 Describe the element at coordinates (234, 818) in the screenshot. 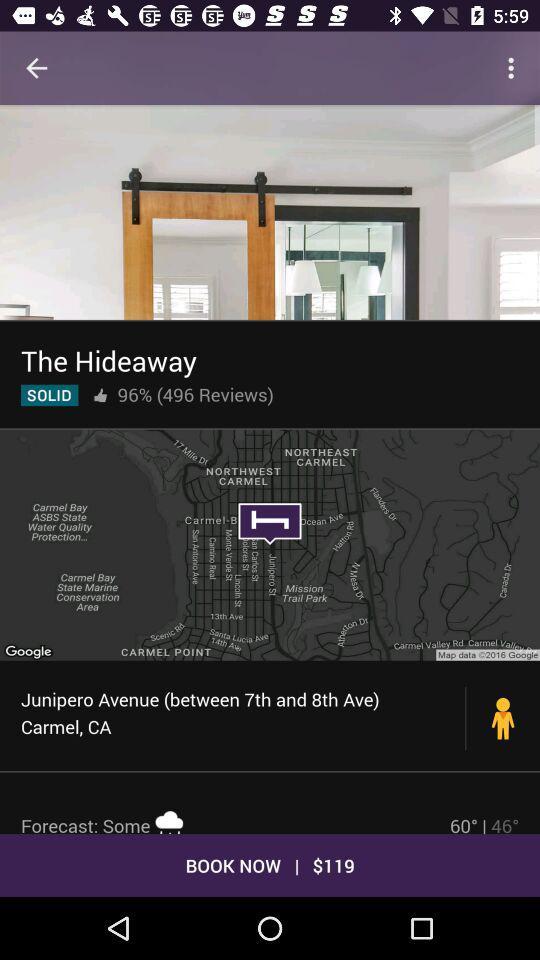

I see `item below the junipero avenue between icon` at that location.